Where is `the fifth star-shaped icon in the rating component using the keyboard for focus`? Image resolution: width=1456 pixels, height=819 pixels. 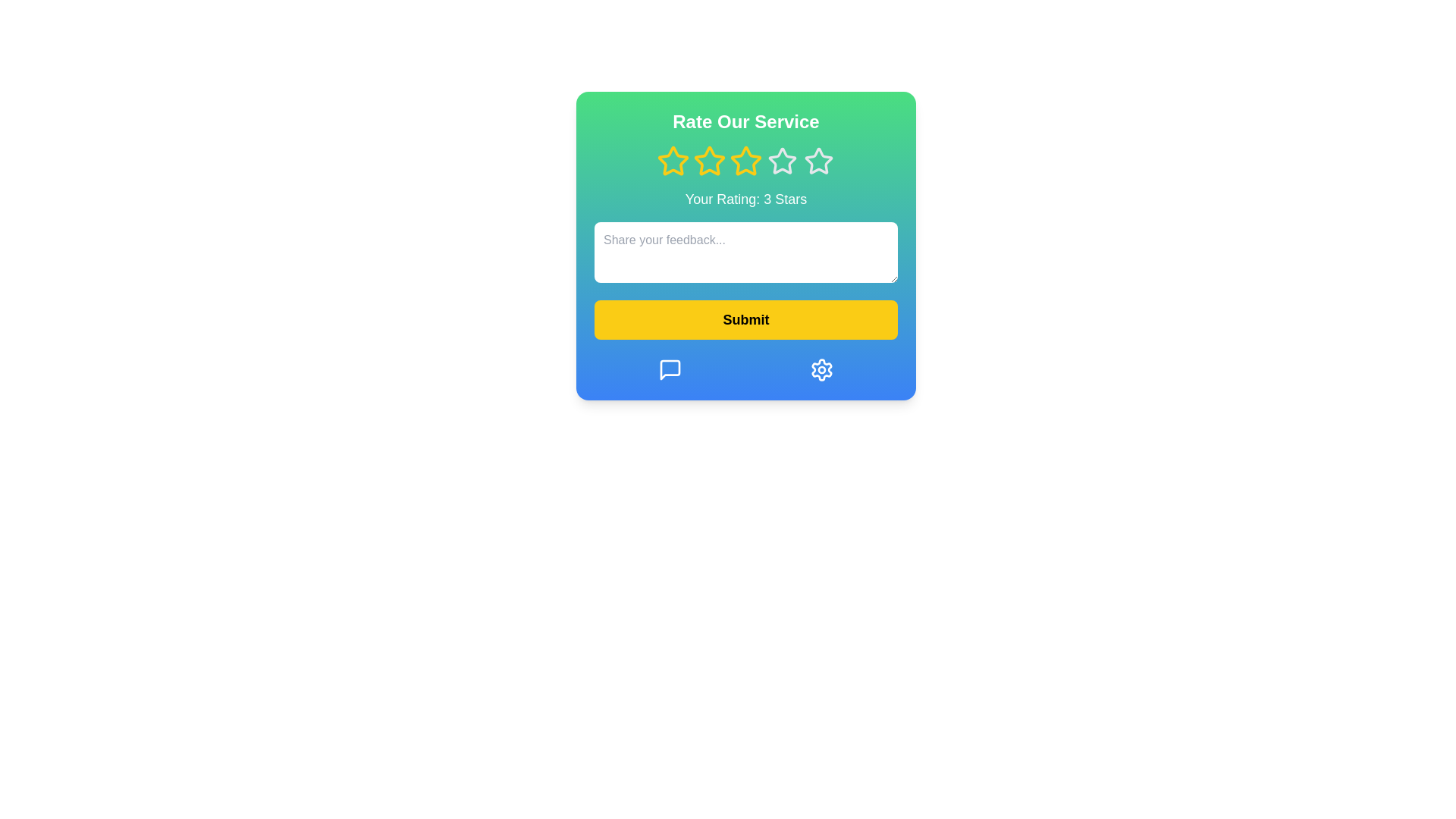
the fifth star-shaped icon in the rating component using the keyboard for focus is located at coordinates (818, 161).